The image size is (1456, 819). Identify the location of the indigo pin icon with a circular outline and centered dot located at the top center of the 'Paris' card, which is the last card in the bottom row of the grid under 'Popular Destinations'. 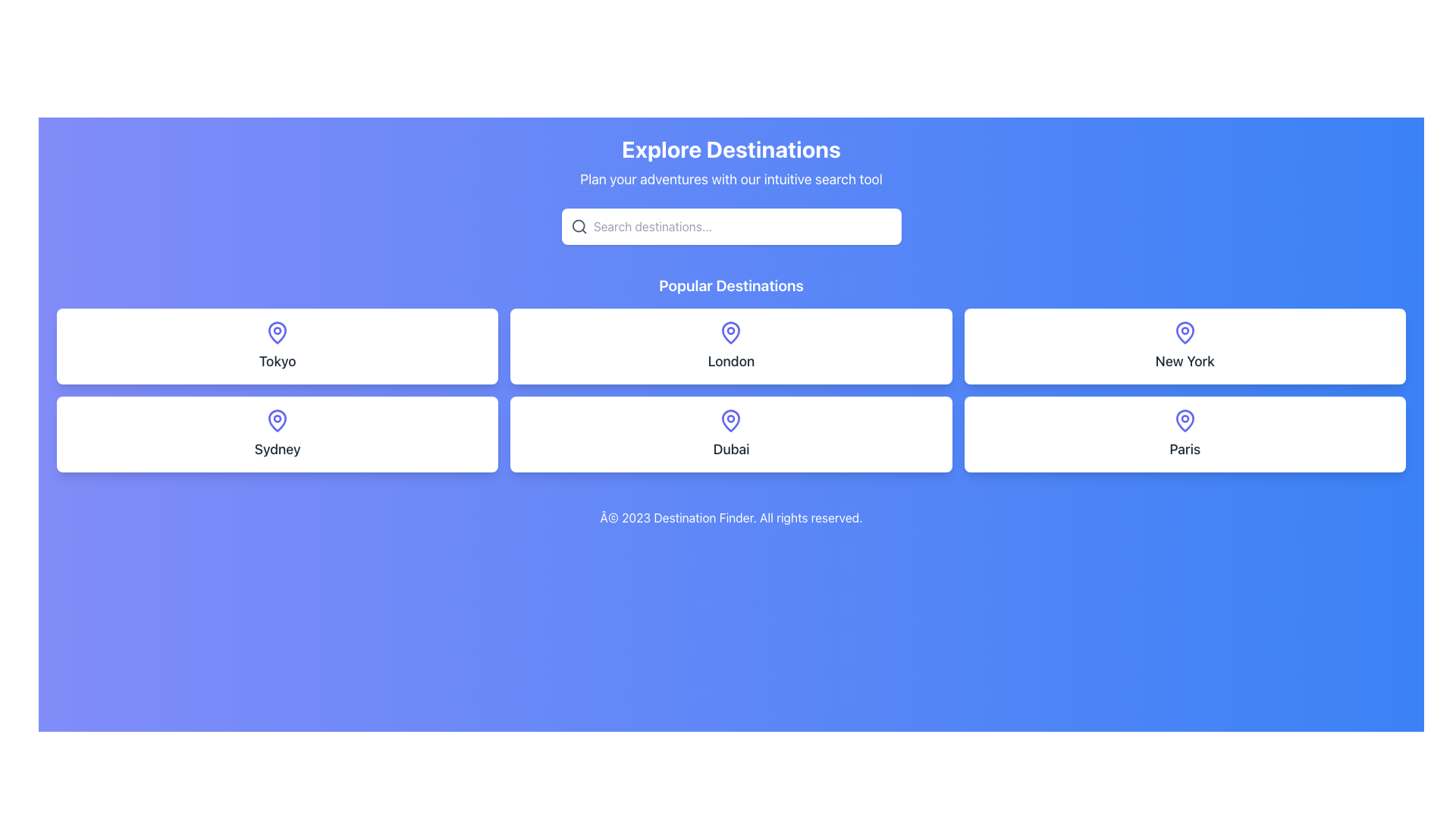
(1184, 421).